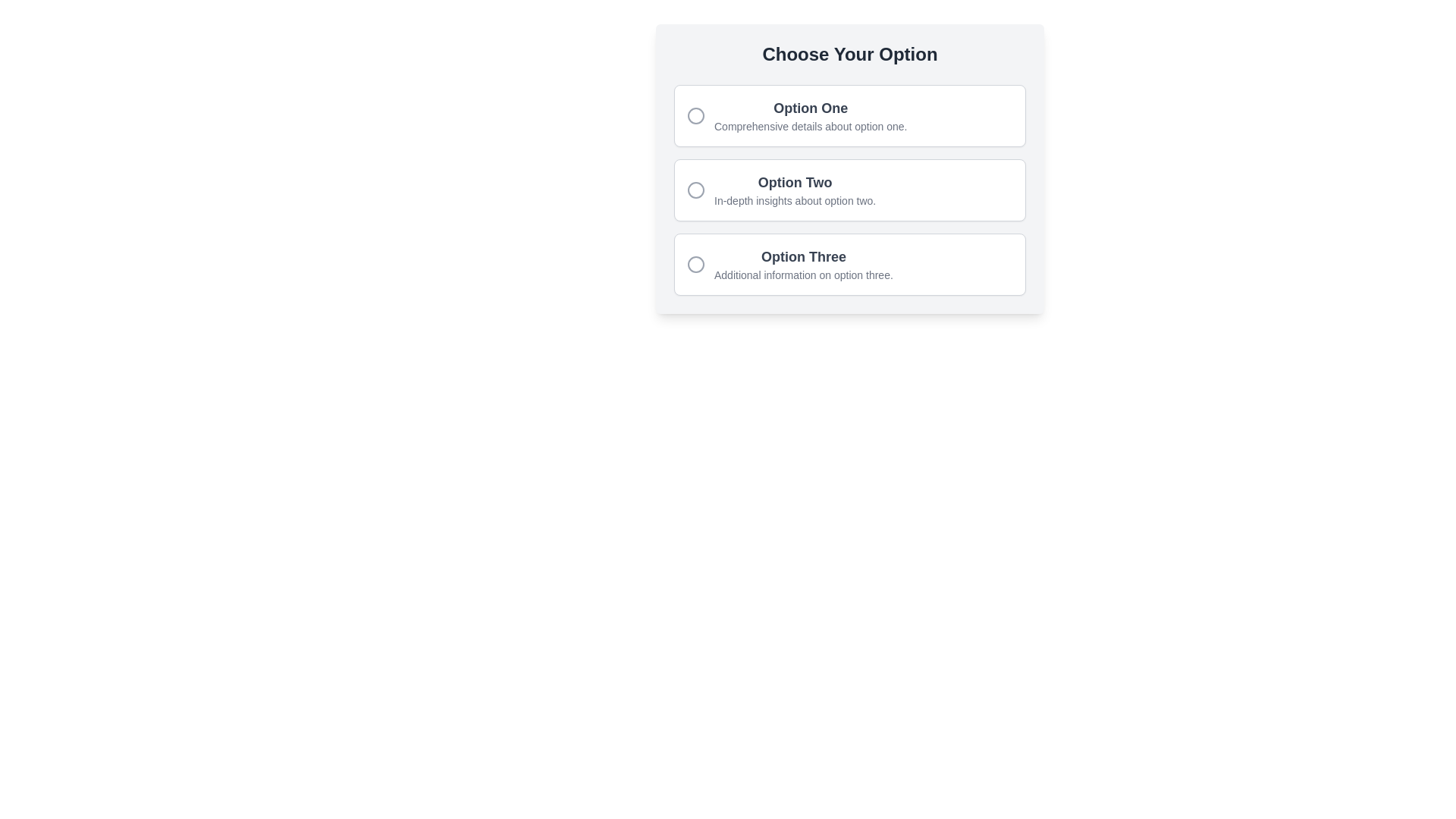  What do you see at coordinates (695, 115) in the screenshot?
I see `the circular gray radio button indicator located next to the 'Option One' text in the vertical list of choices` at bounding box center [695, 115].